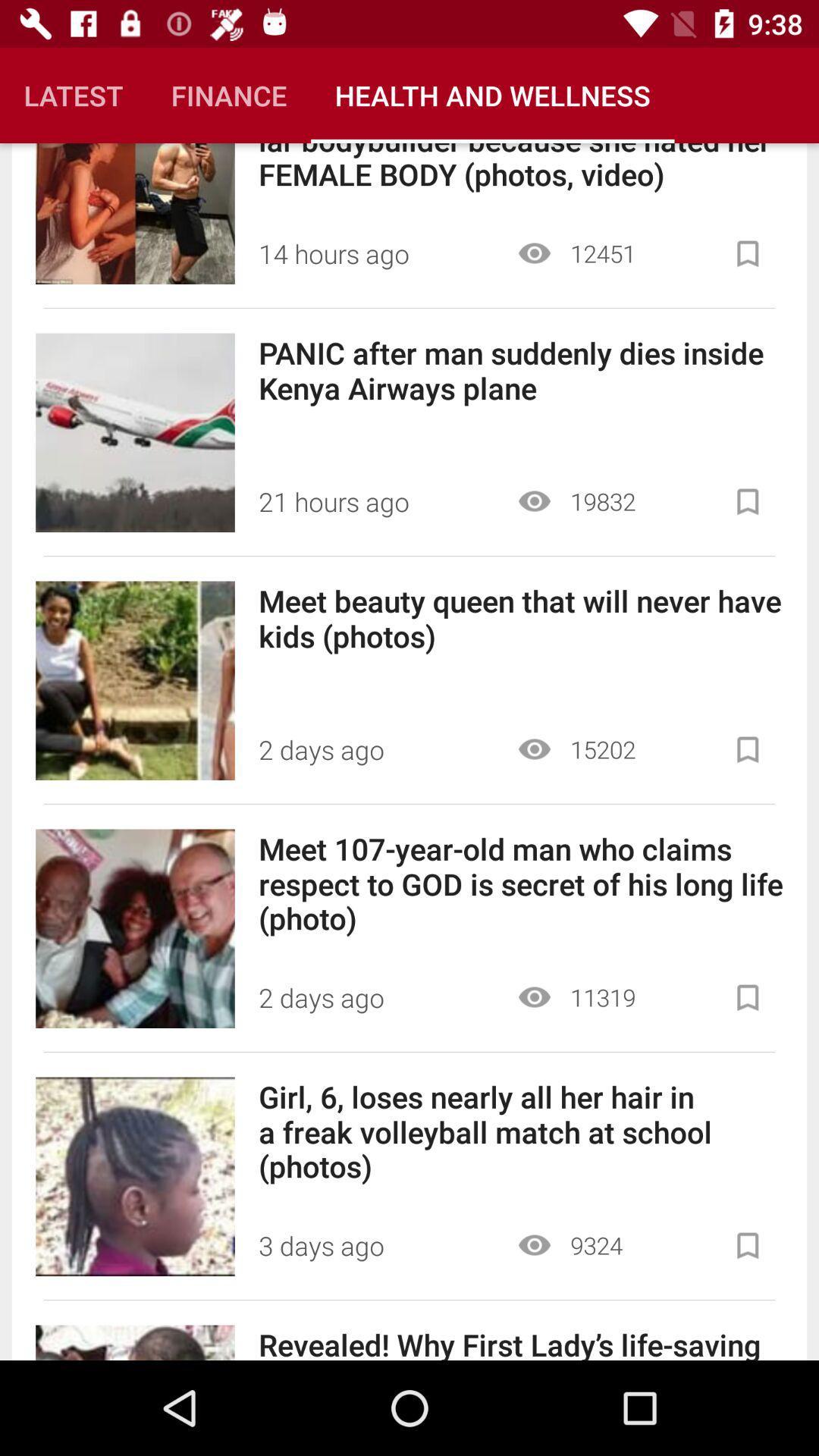 The width and height of the screenshot is (819, 1456). What do you see at coordinates (747, 749) in the screenshot?
I see `the article` at bounding box center [747, 749].